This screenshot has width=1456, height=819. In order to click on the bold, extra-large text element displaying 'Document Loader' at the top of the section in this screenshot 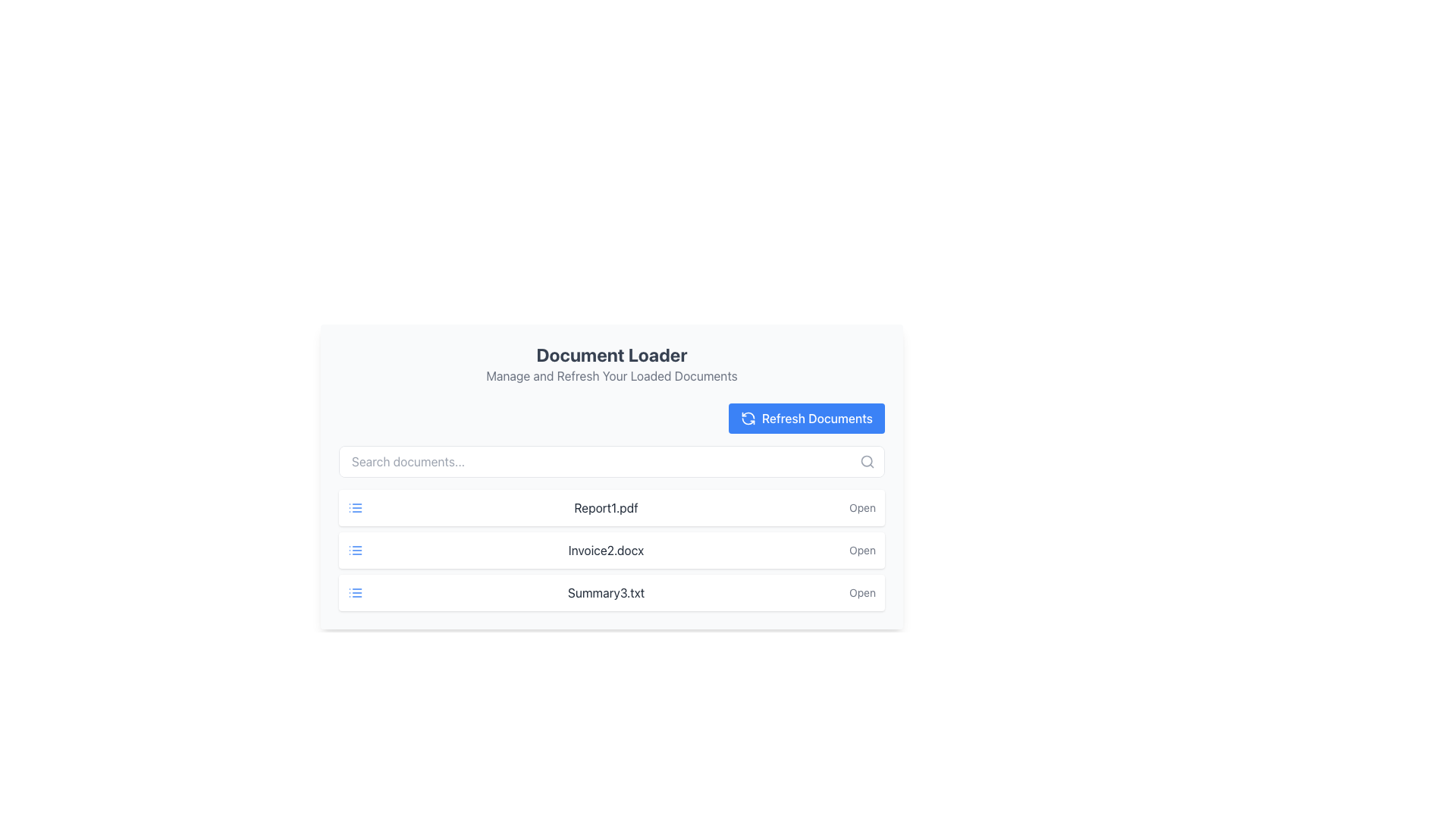, I will do `click(611, 354)`.